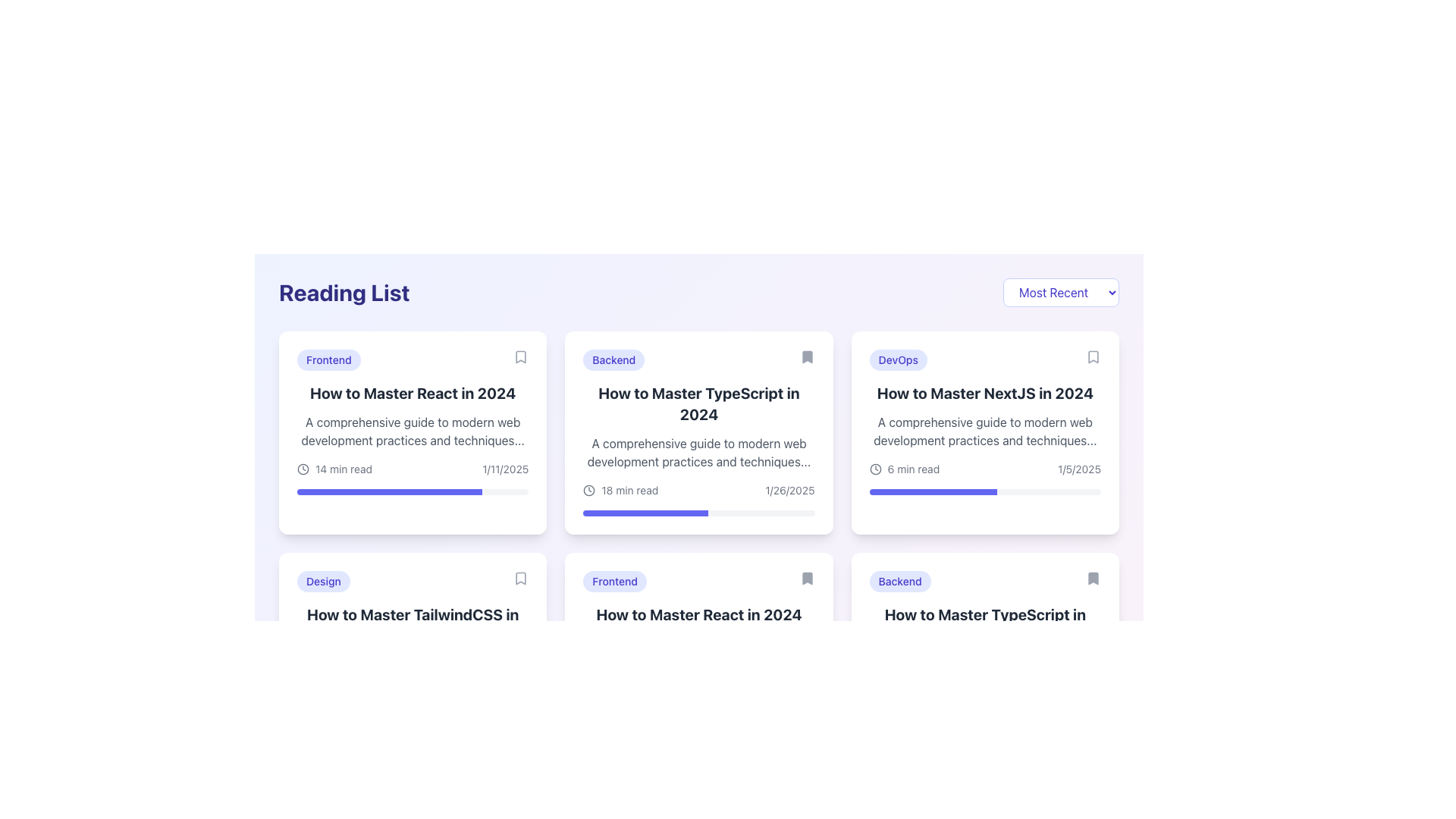  I want to click on the non-interactive pill-shaped badge labeled 'Backend' located in the second card, above the title 'How to Master TypeScript in 2024', so click(613, 359).